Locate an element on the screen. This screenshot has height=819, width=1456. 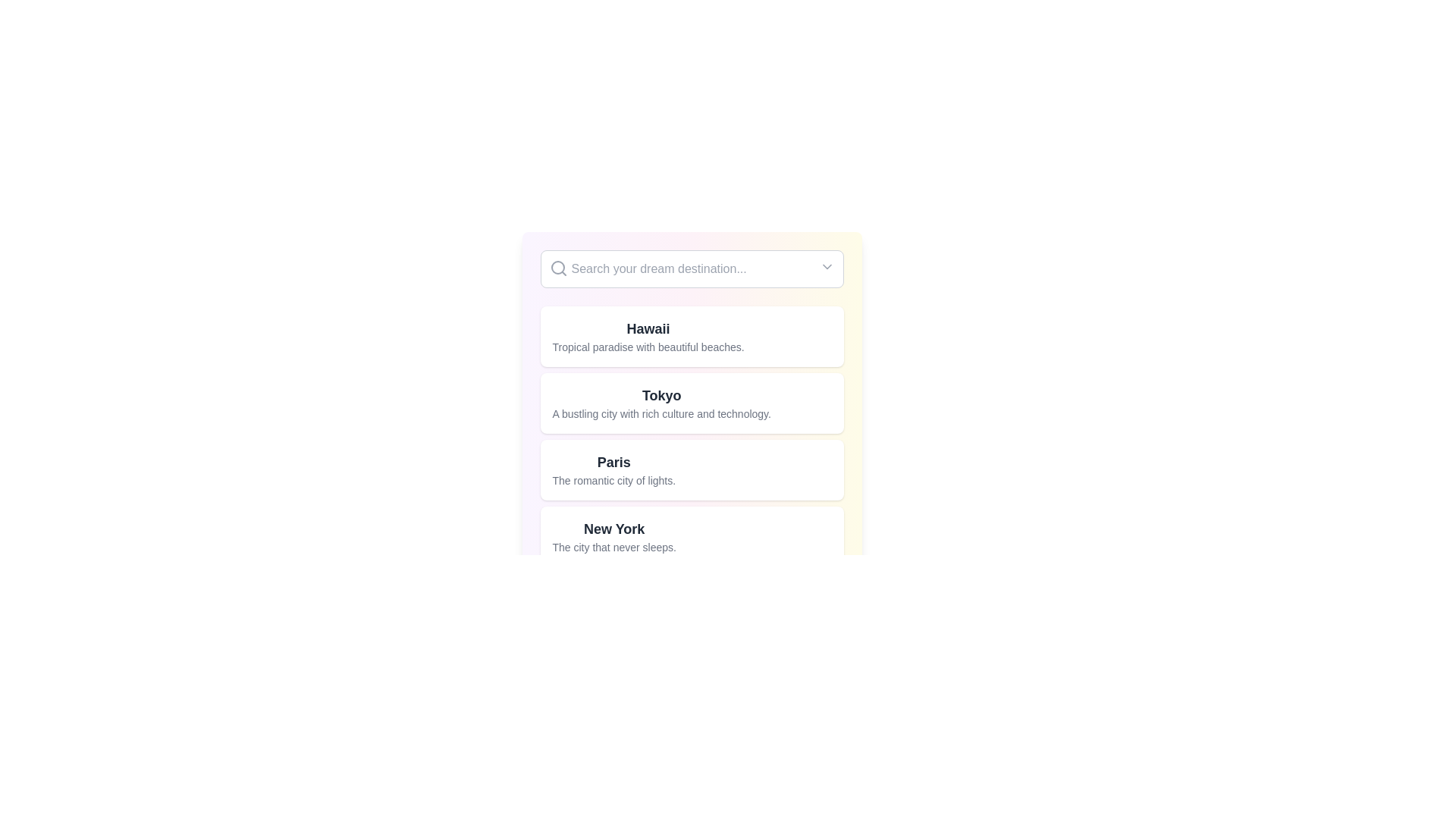
the second card in the vertical list is located at coordinates (691, 436).